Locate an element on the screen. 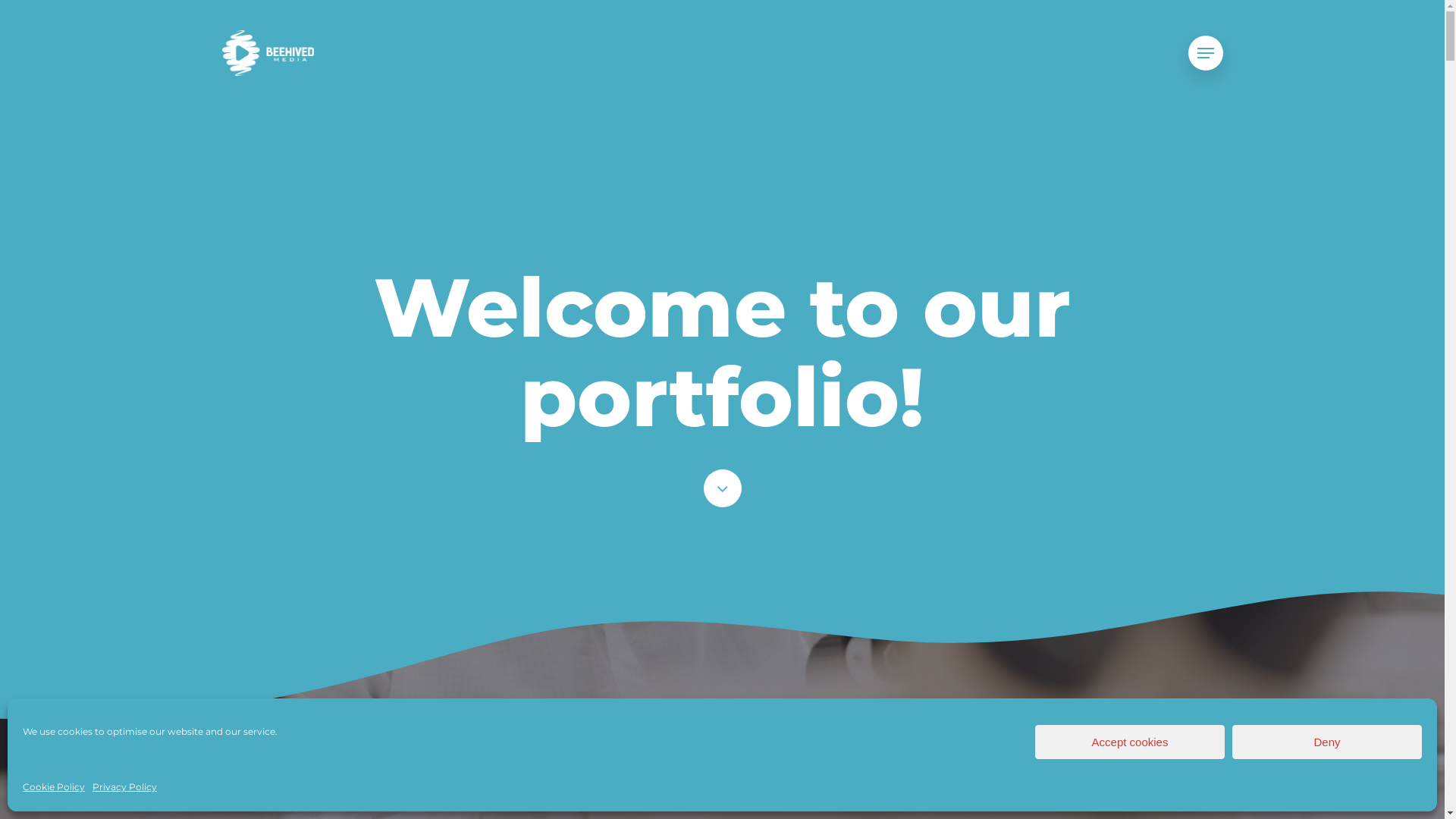 The height and width of the screenshot is (819, 1456). 'Privacy Policy' is located at coordinates (91, 786).